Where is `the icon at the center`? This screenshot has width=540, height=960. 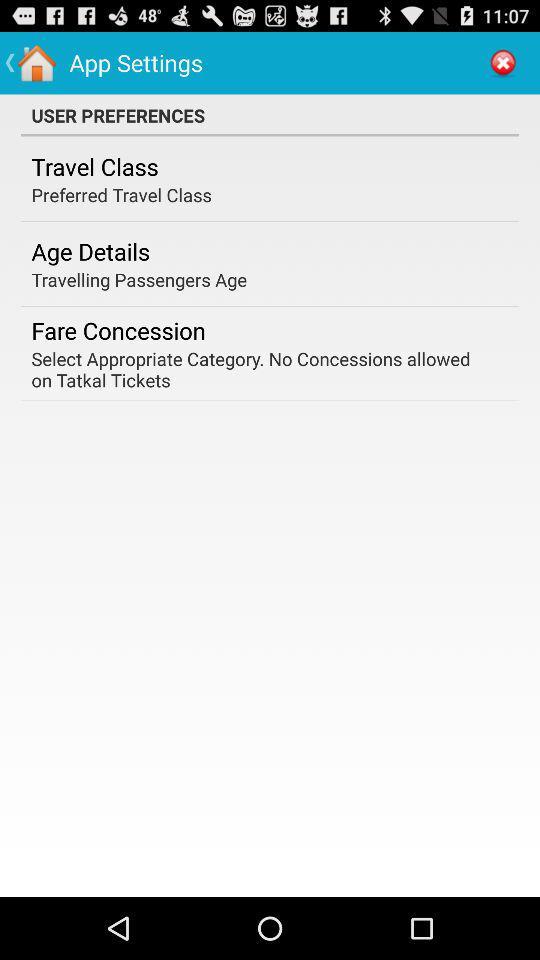 the icon at the center is located at coordinates (263, 368).